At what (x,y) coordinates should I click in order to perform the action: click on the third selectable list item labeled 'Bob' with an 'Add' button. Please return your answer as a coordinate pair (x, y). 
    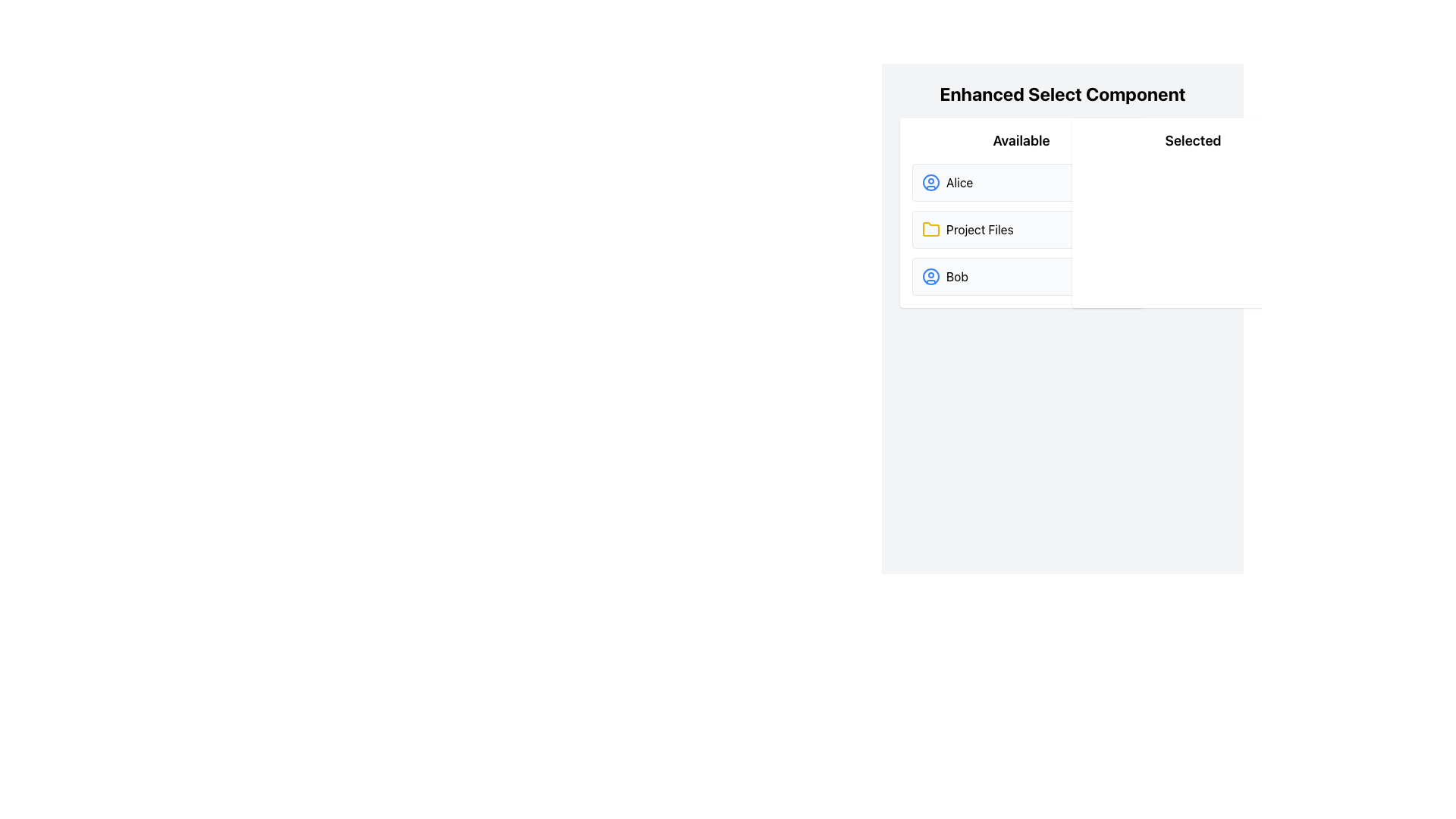
    Looking at the image, I should click on (1021, 277).